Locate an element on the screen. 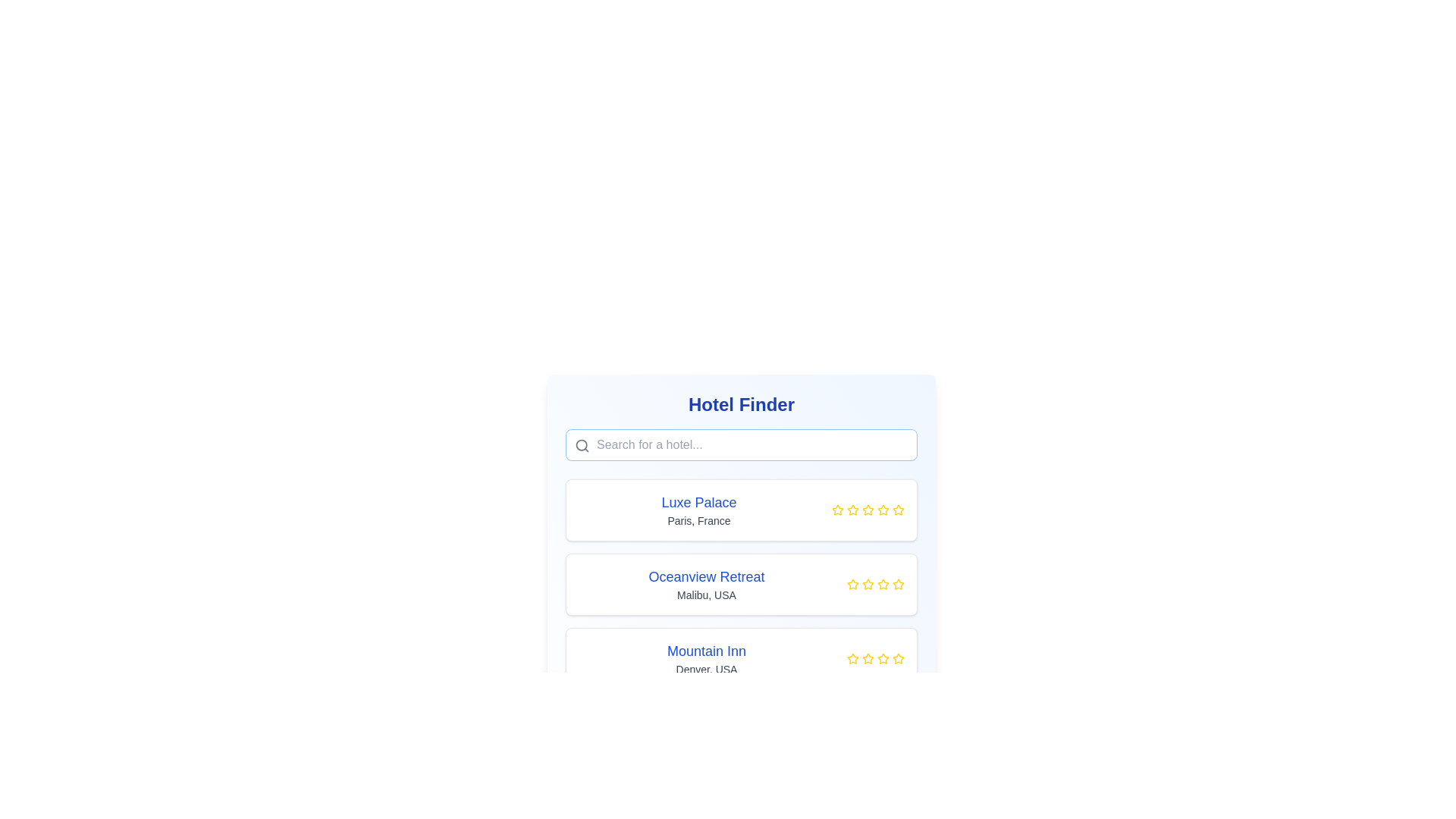 This screenshot has width=1456, height=819. the first star-shaped rating icon with a yellow outline associated with the 'Mountain Inn' listing, which is the third hotel entry on the page is located at coordinates (852, 657).